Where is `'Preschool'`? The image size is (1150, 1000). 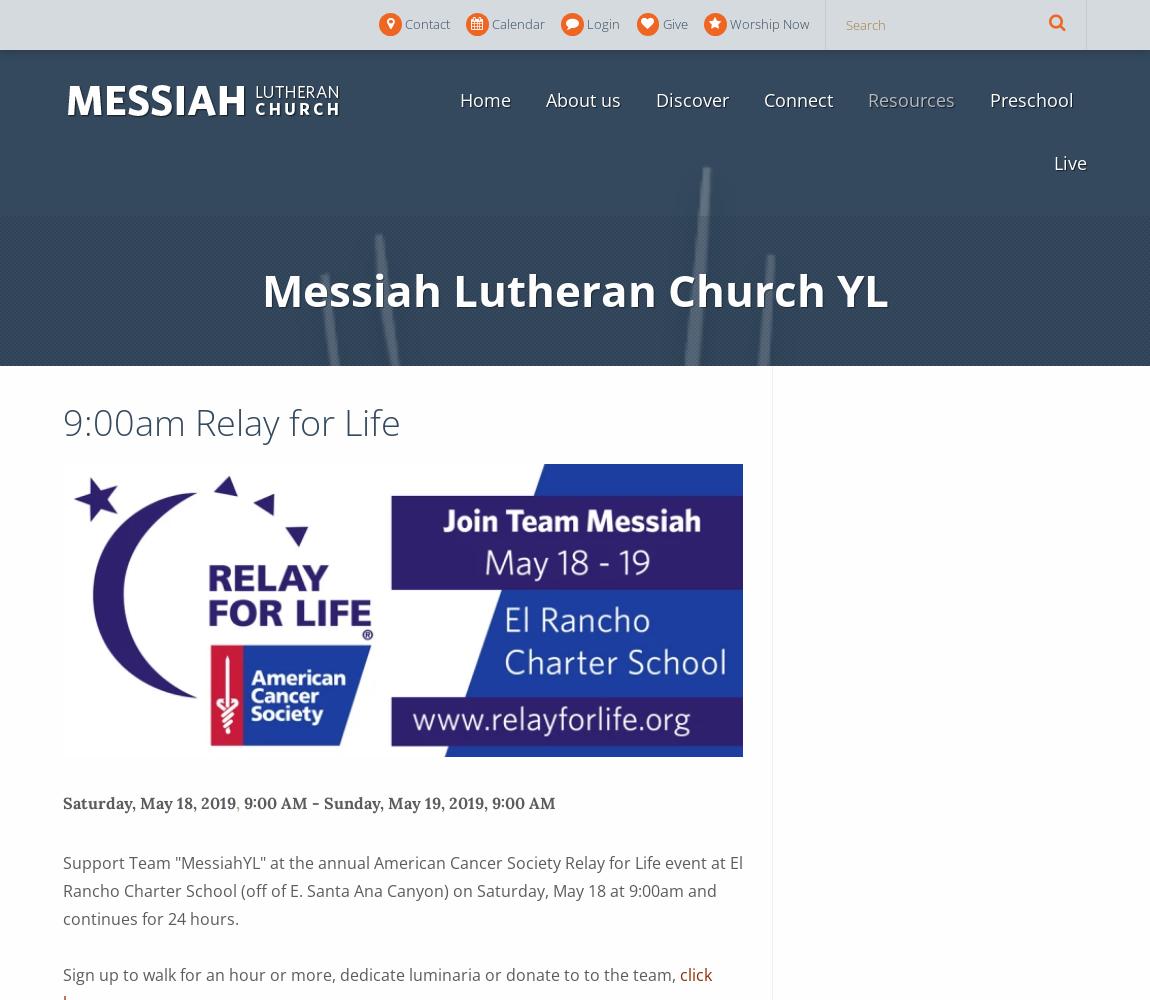
'Preschool' is located at coordinates (1030, 99).